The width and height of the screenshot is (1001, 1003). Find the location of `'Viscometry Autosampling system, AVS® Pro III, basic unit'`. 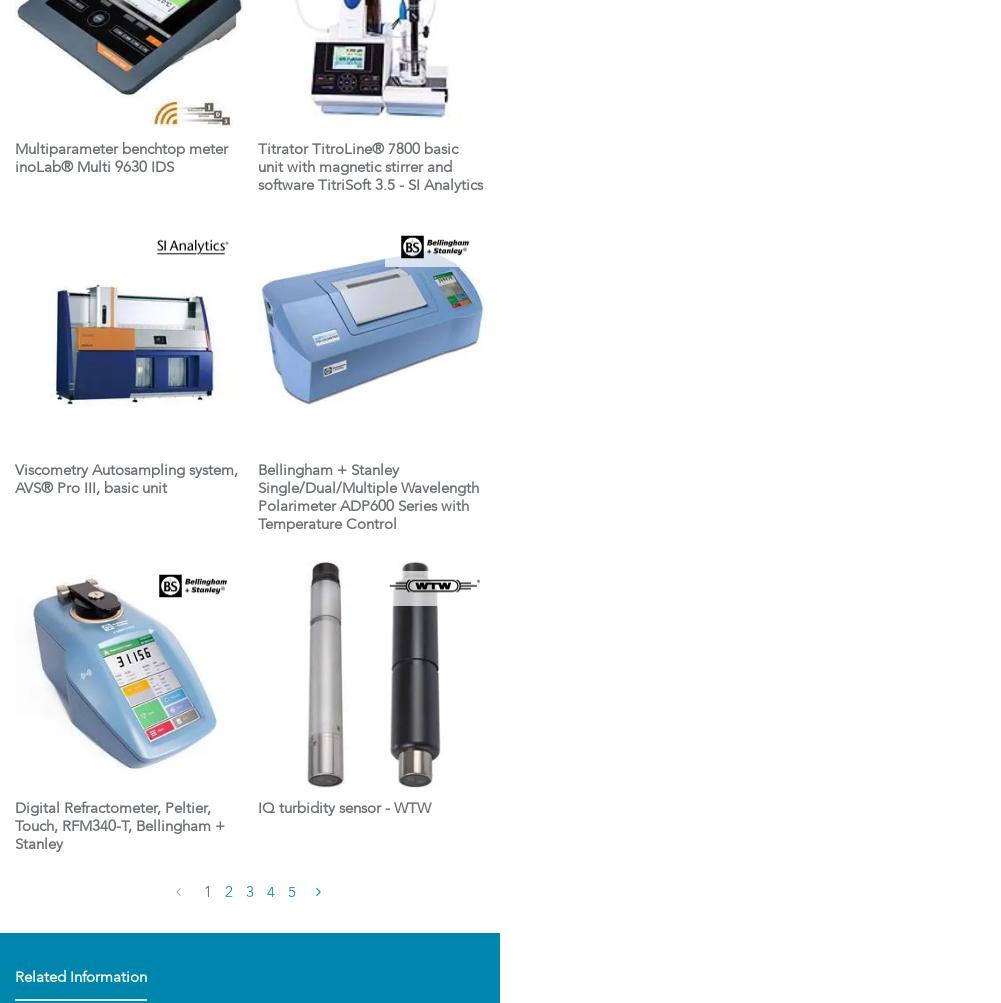

'Viscometry Autosampling system, AVS® Pro III, basic unit' is located at coordinates (125, 479).